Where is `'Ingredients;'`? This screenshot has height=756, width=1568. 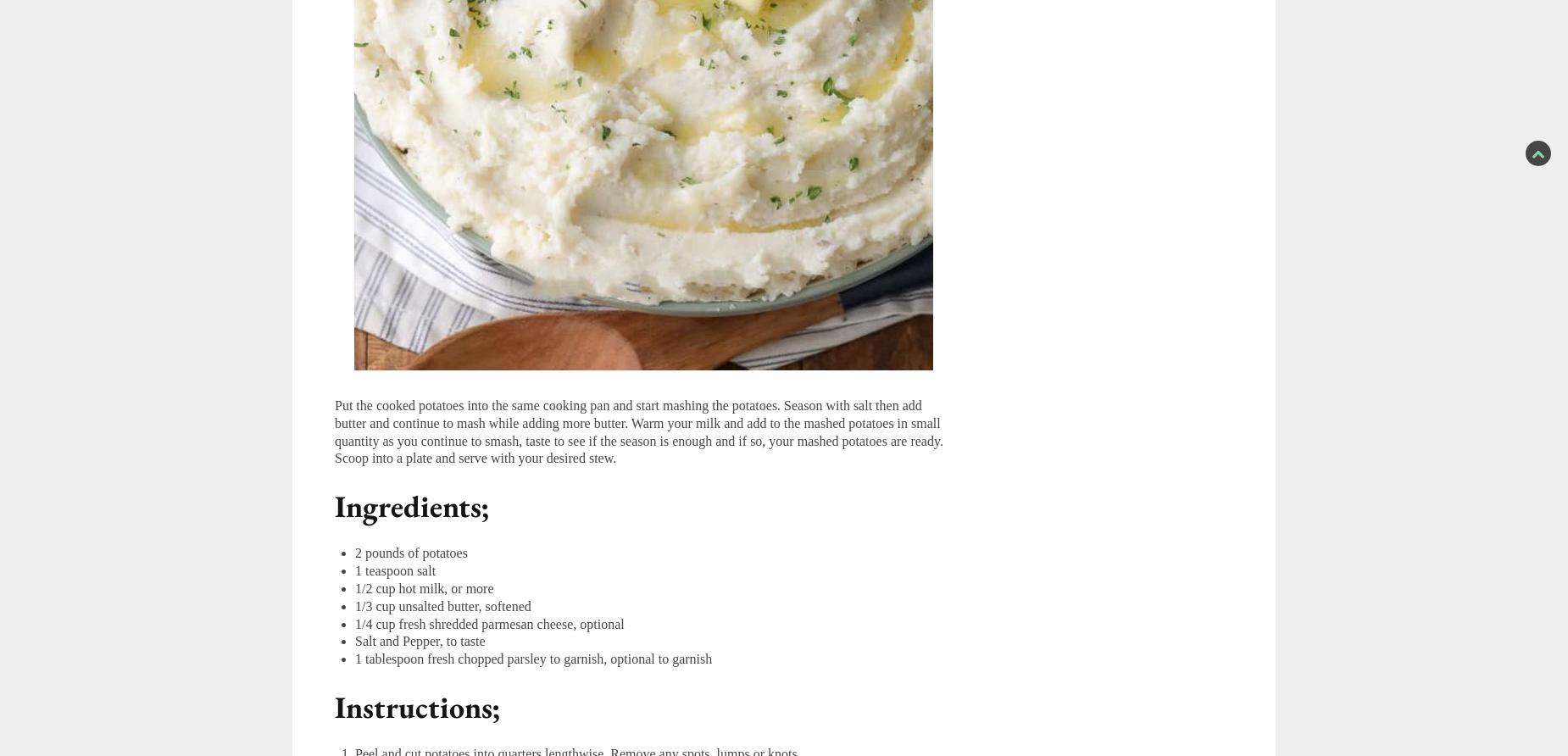
'Ingredients;' is located at coordinates (333, 505).